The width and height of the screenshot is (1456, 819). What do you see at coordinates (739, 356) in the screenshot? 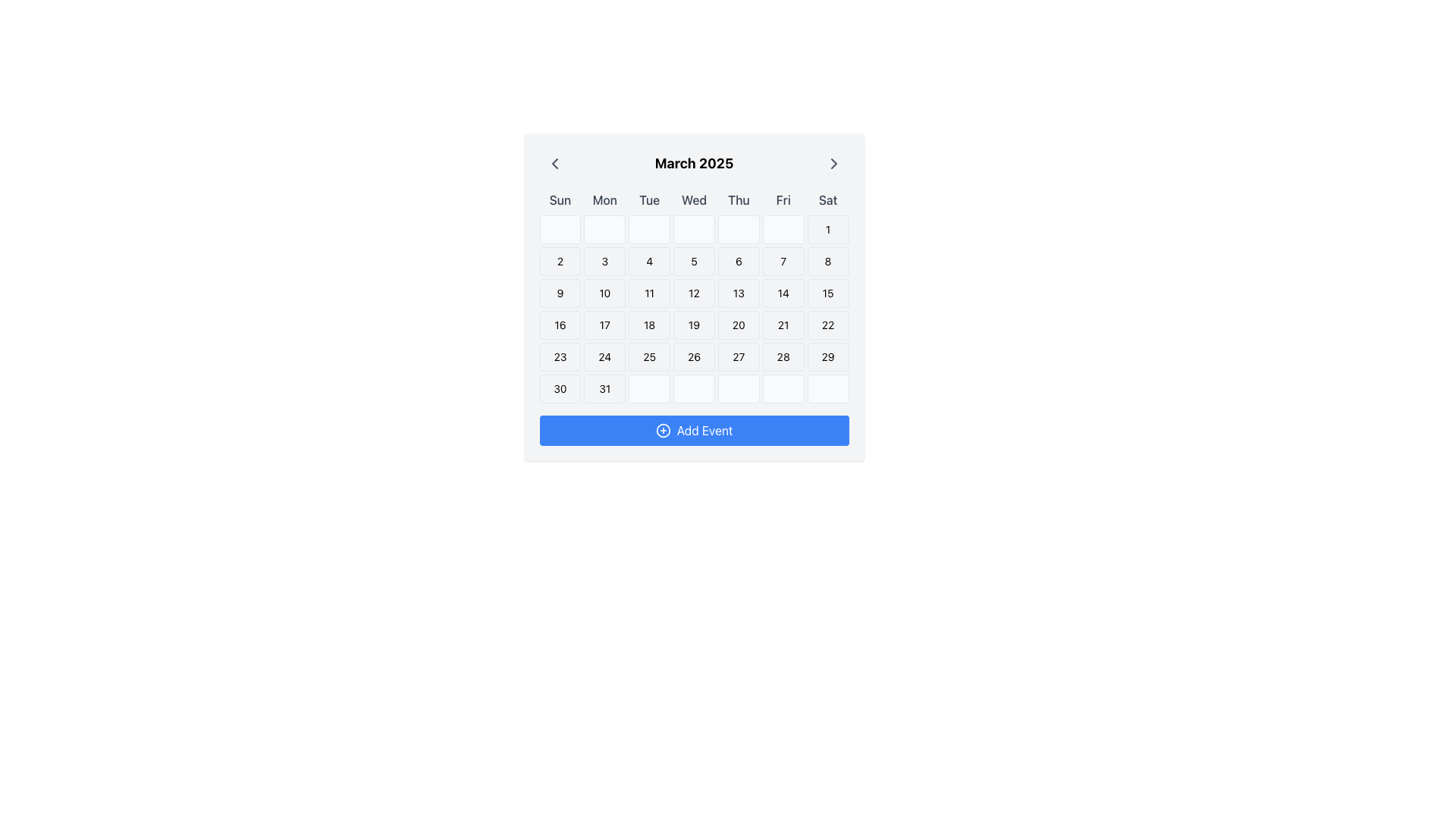
I see `the clickable calendar day entry for the date '27', which is displayed in a rectangular button-like box with a white background and rounded corners` at bounding box center [739, 356].